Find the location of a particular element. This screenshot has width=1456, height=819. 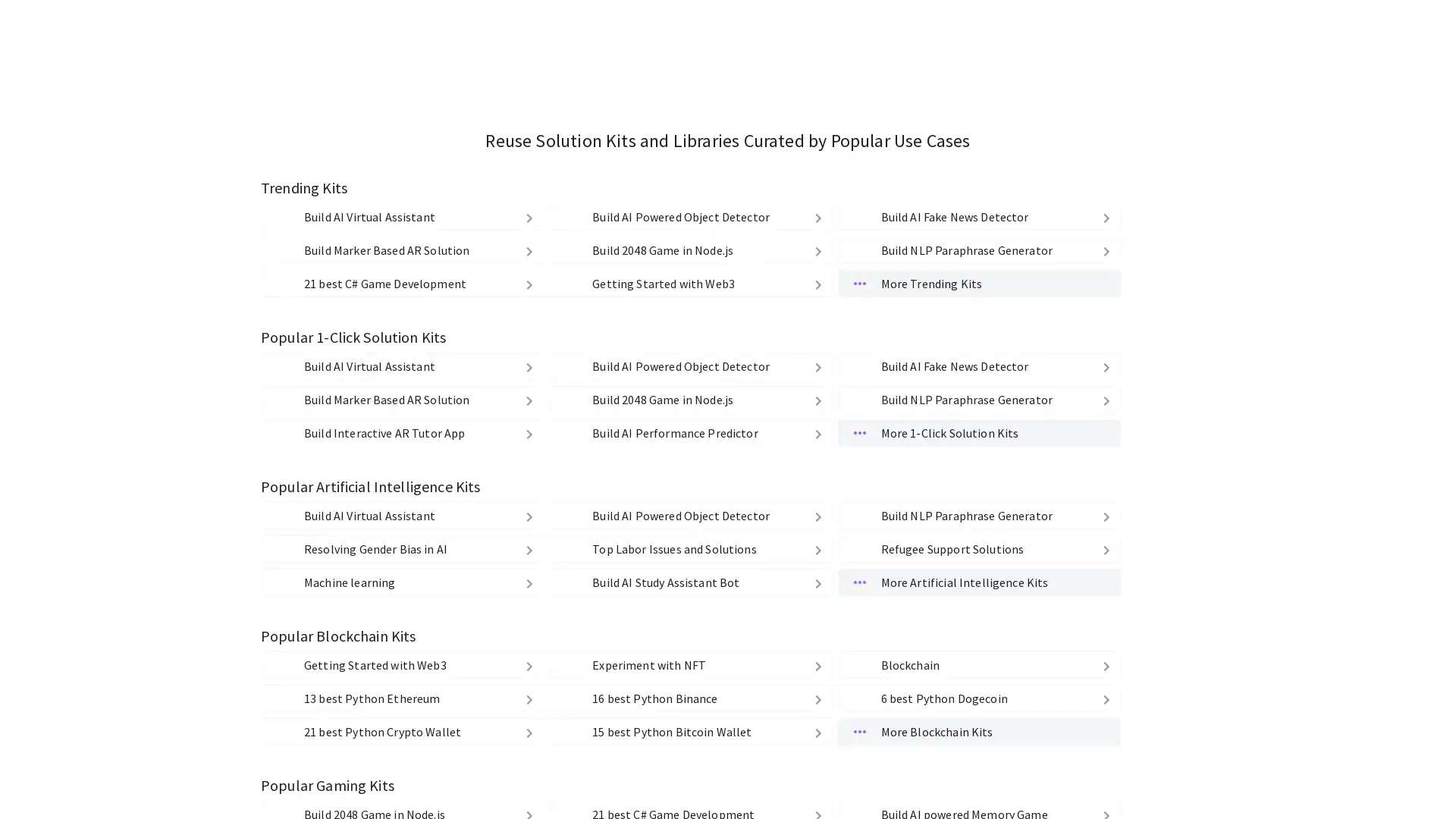

Low is located at coordinates (847, 382).